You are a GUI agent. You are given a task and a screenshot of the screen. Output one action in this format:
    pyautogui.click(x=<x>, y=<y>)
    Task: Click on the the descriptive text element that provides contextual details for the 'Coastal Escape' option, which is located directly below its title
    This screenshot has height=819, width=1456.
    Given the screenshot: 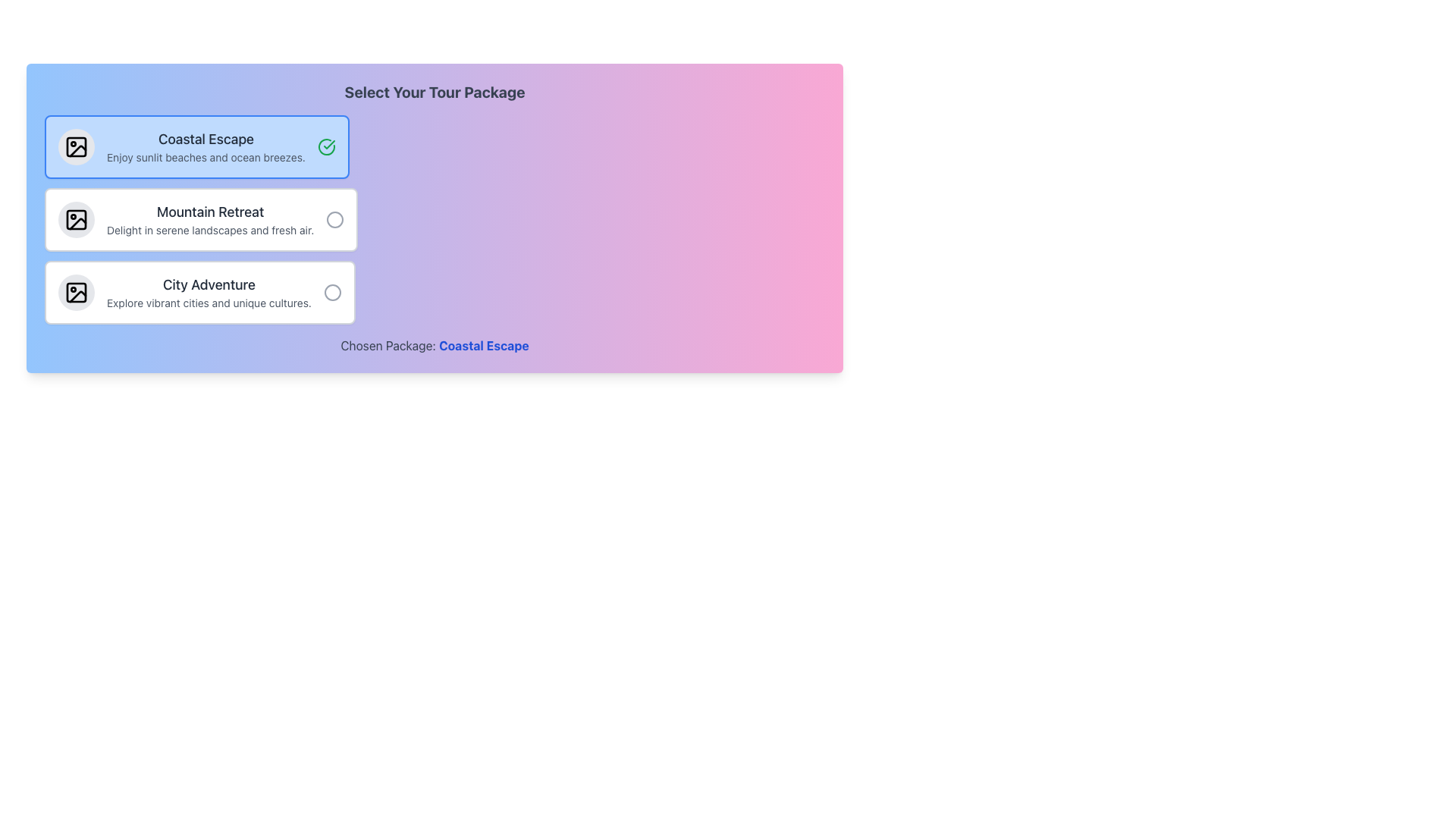 What is the action you would take?
    pyautogui.click(x=205, y=158)
    